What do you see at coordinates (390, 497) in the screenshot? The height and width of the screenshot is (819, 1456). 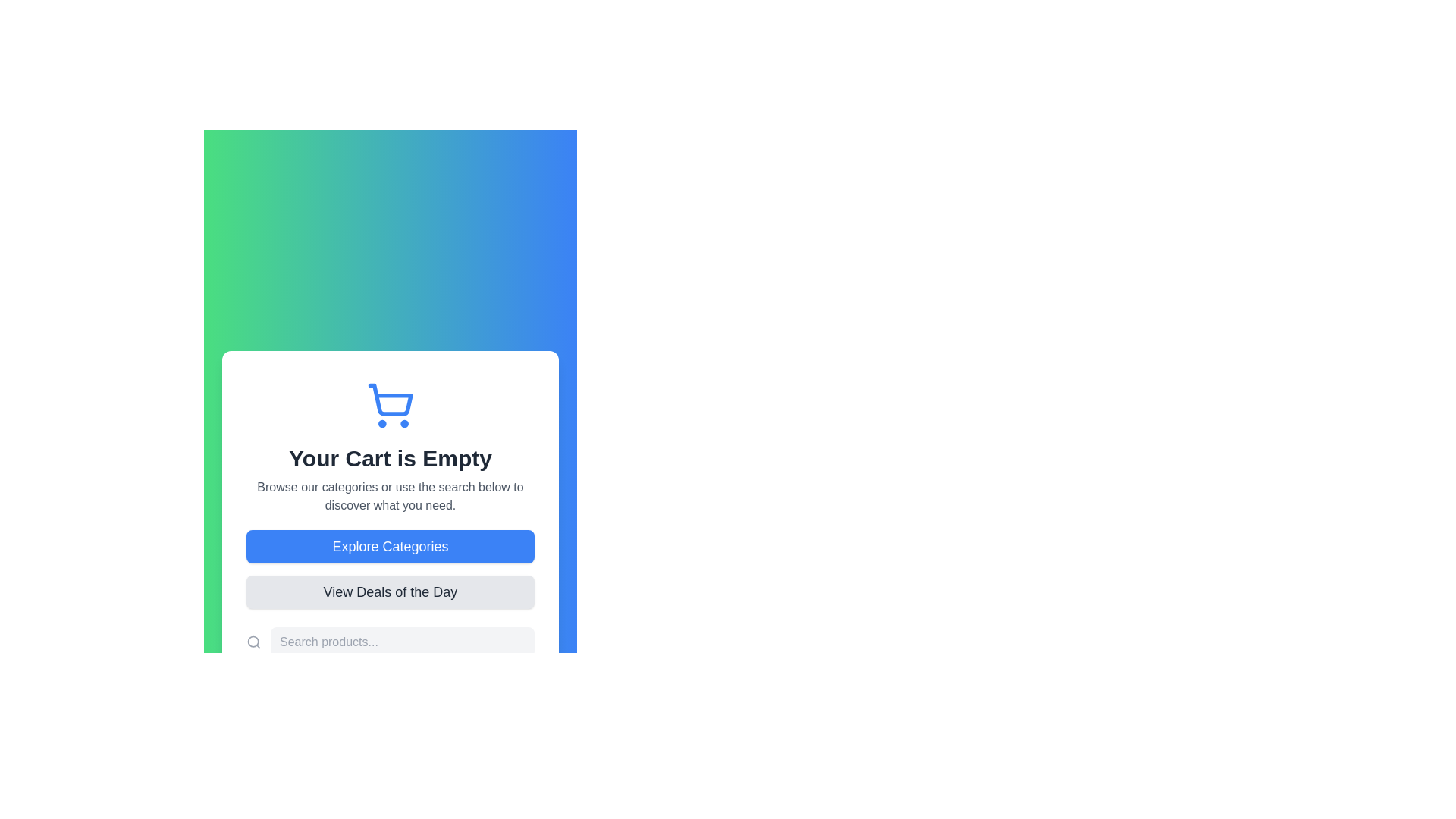 I see `the instructional text label located below 'Your Cart is Empty' and above the 'Explore Categories' button, which guides users` at bounding box center [390, 497].